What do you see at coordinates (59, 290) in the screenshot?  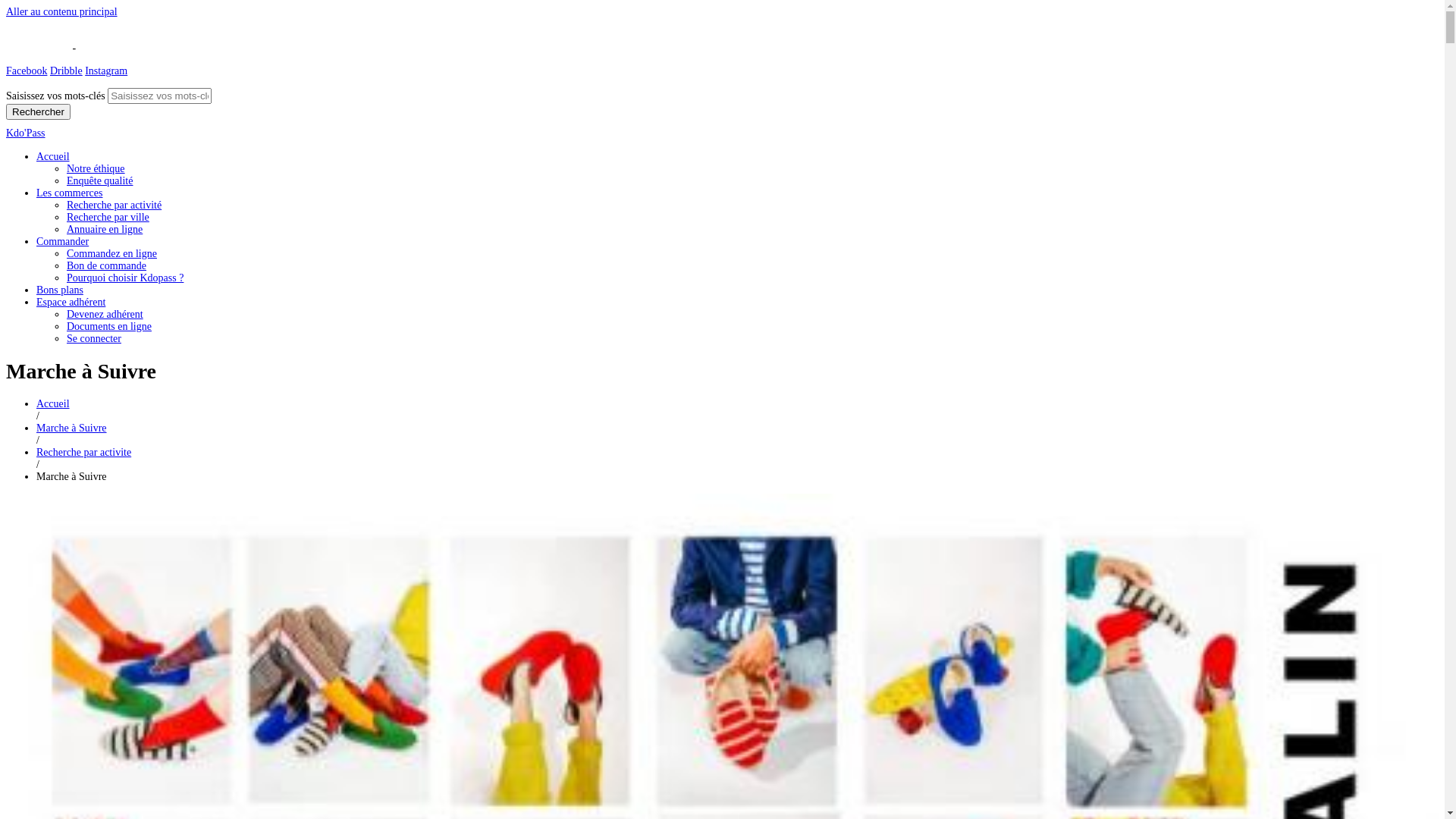 I see `'Bons plans'` at bounding box center [59, 290].